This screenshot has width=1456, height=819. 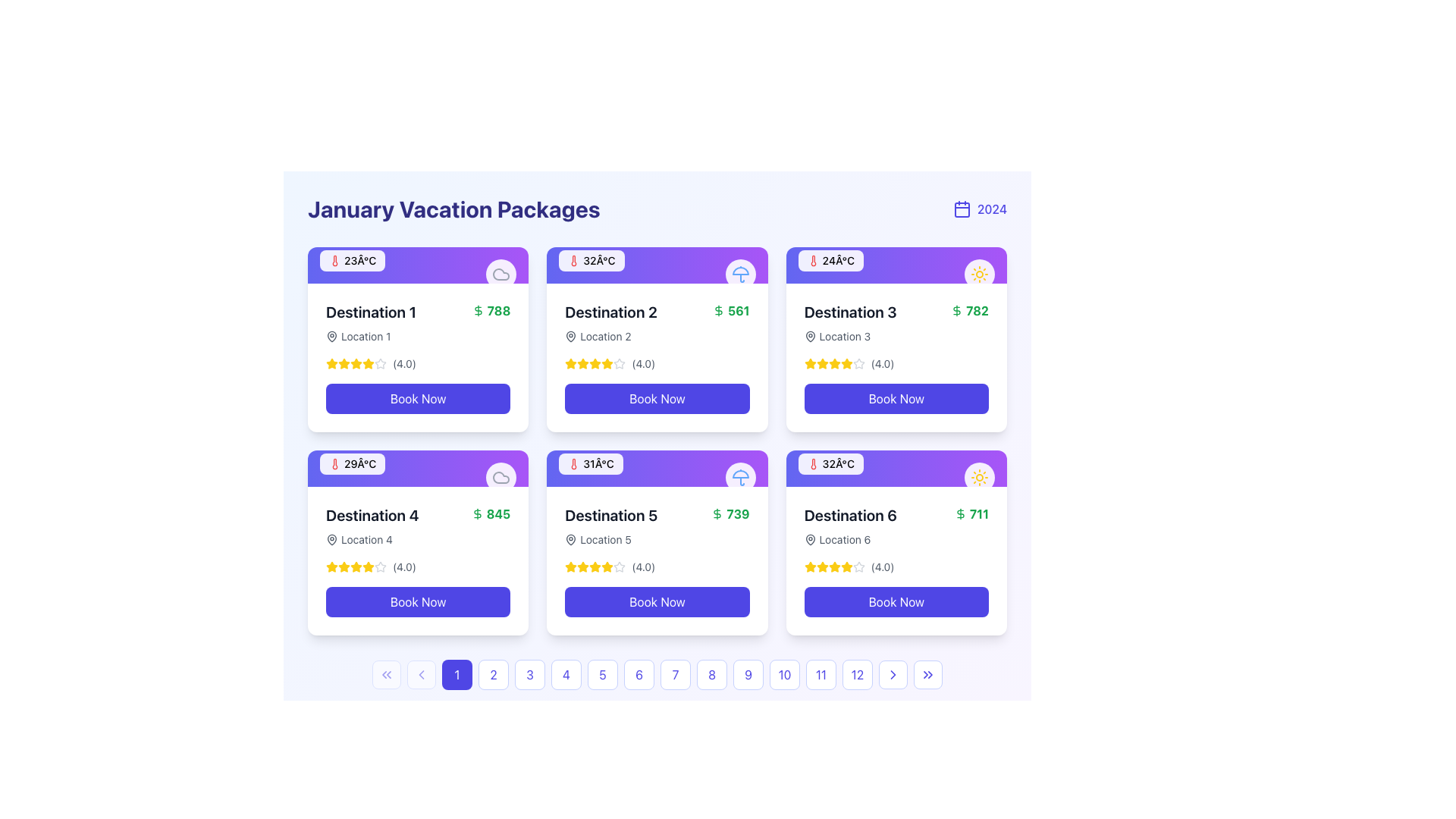 What do you see at coordinates (639, 674) in the screenshot?
I see `the circular button displaying the number '6' with an indigo text and a white background, located in the pagination control section at the bottom center of the interface` at bounding box center [639, 674].